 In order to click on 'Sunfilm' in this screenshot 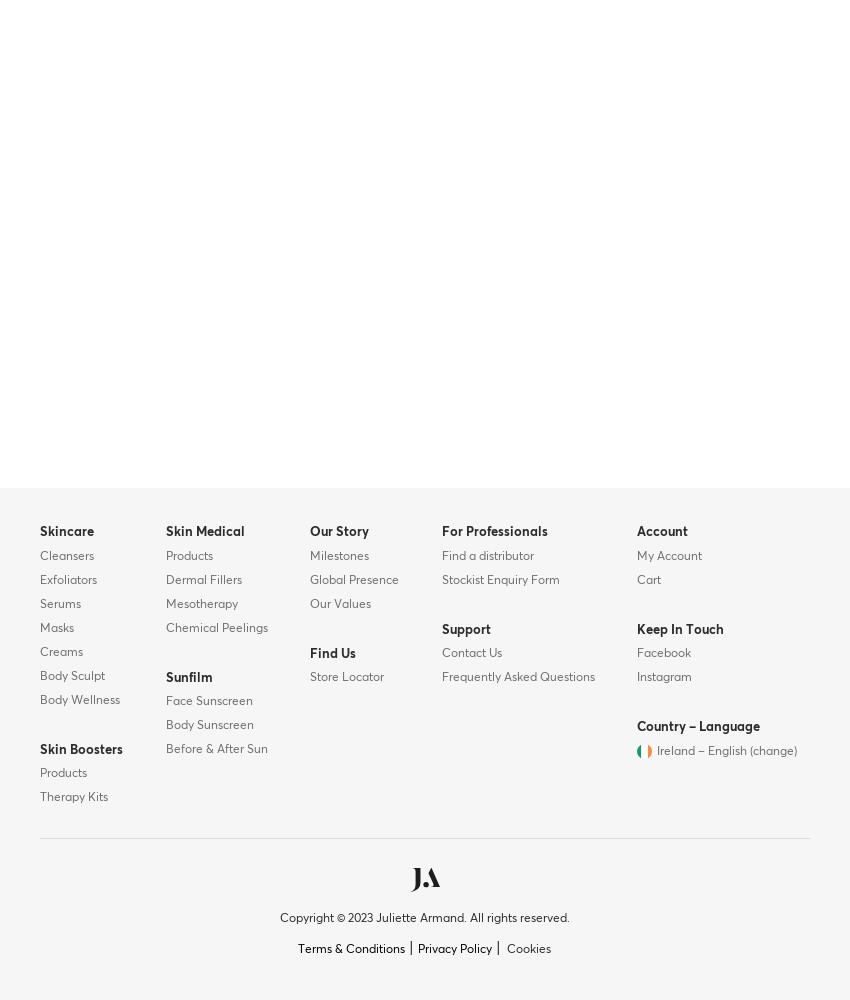, I will do `click(164, 677)`.